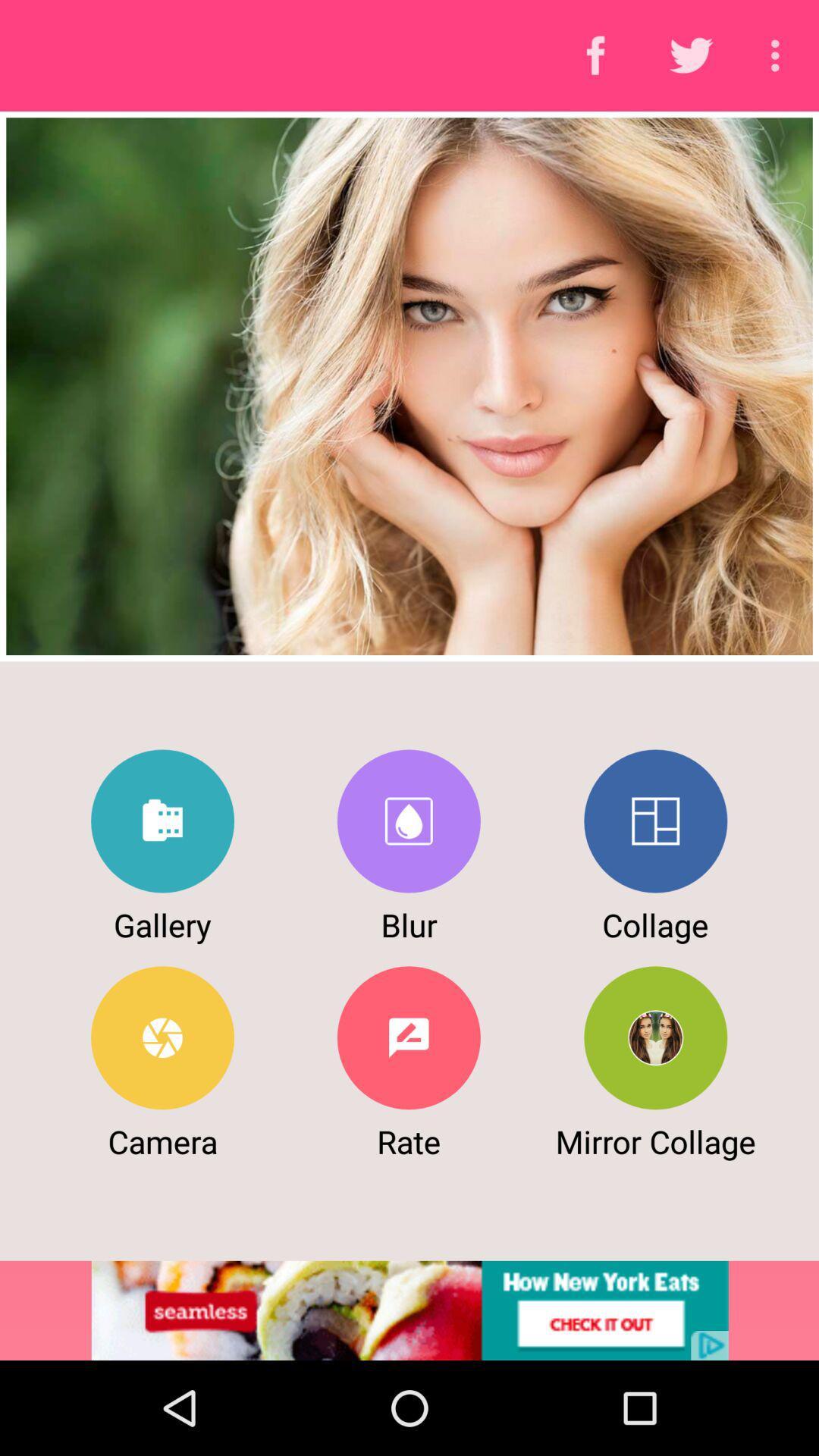 This screenshot has height=1456, width=819. Describe the element at coordinates (162, 1037) in the screenshot. I see `open camera tab` at that location.